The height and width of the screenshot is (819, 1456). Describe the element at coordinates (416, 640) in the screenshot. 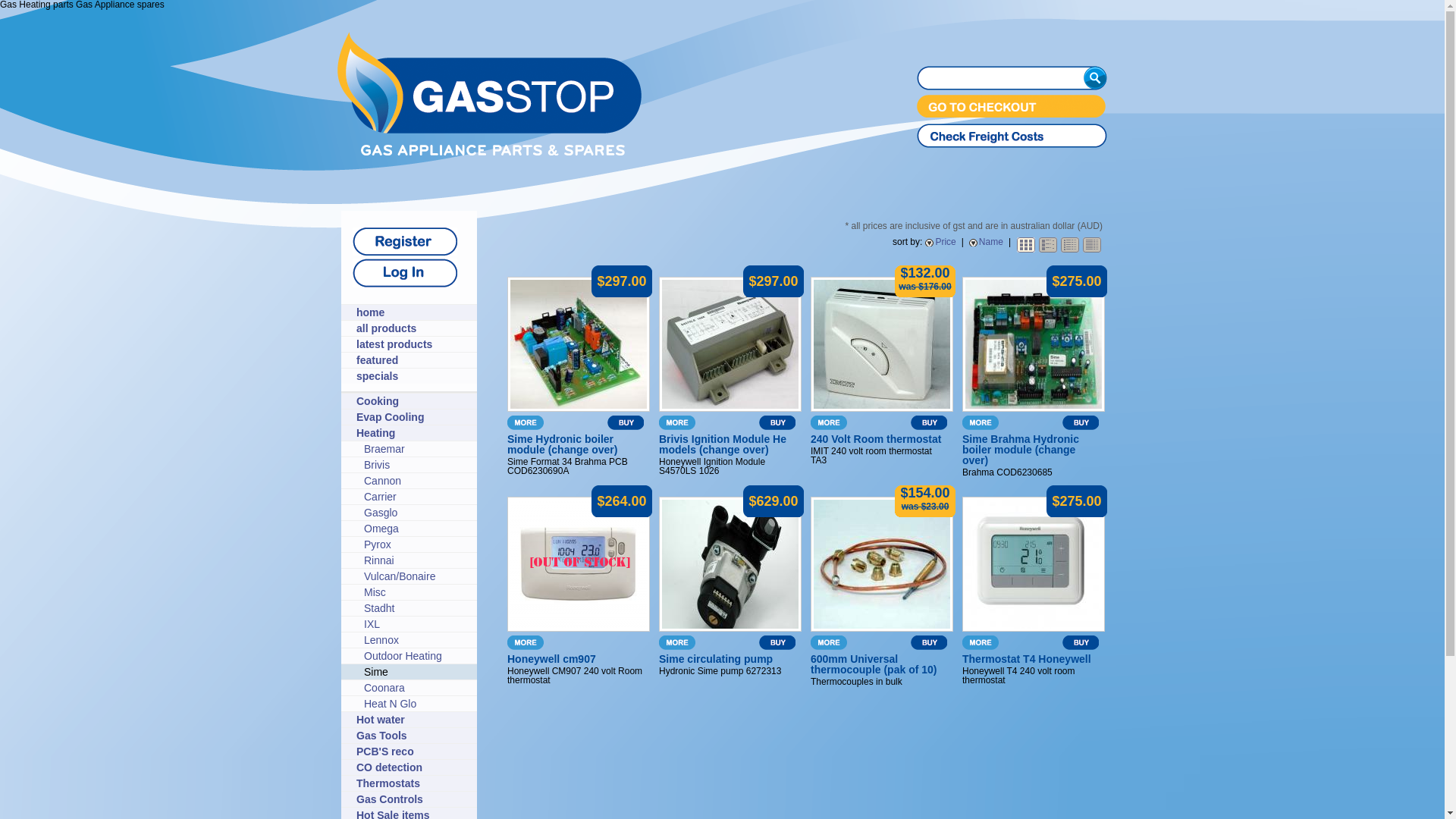

I see `'Lennox'` at that location.